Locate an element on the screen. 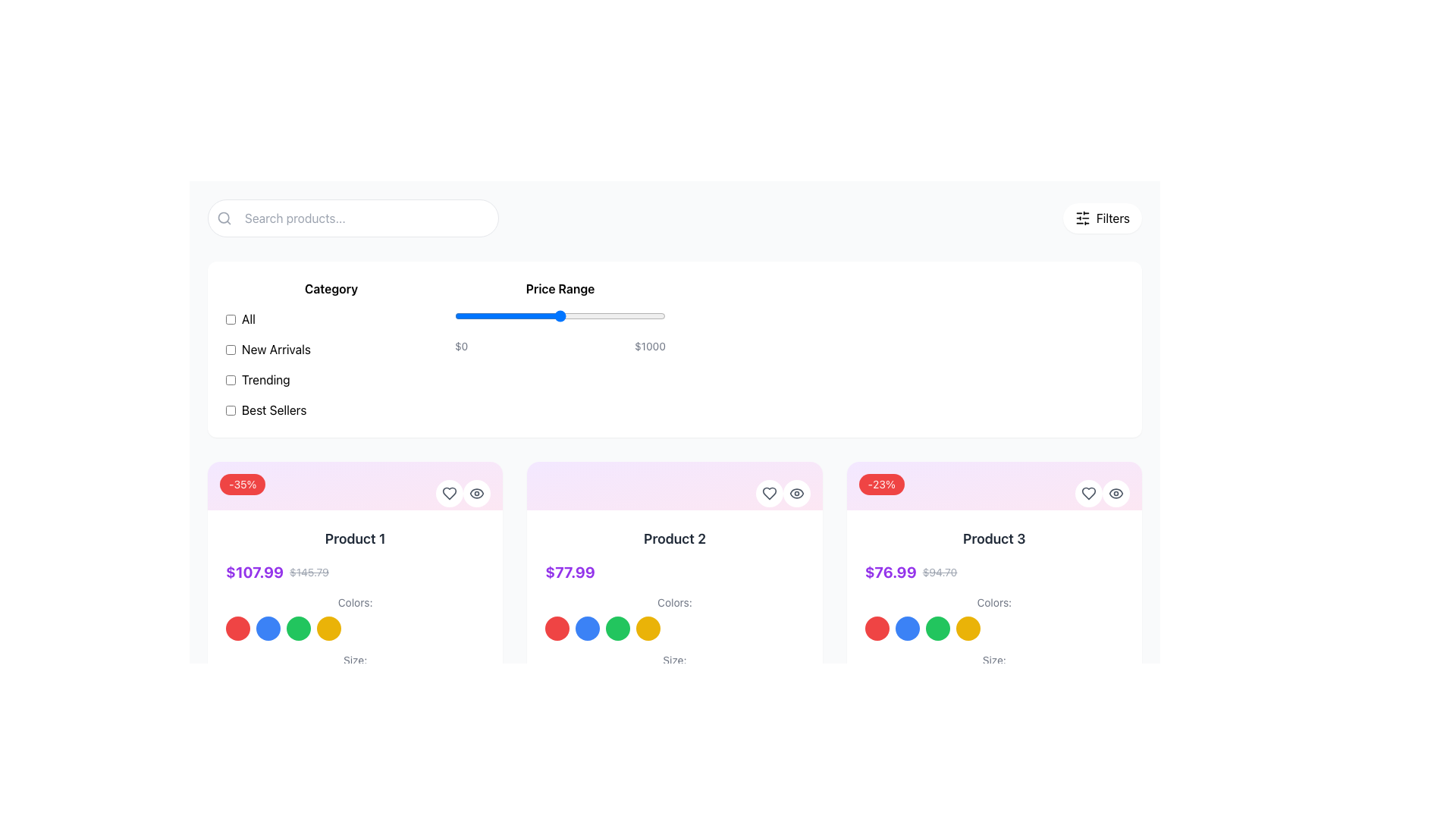  the heart-shaped icon with a line art design to mark 'Product 3' as favorite is located at coordinates (1087, 494).